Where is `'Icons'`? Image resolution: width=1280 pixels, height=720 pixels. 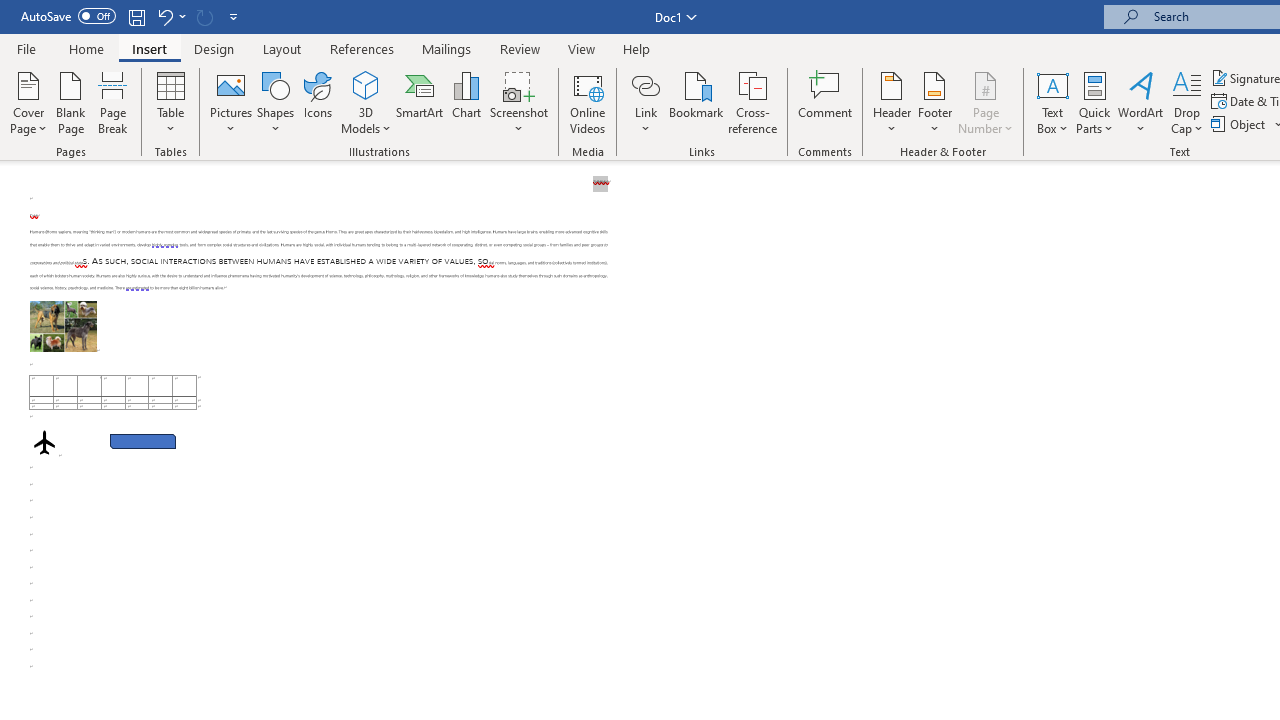 'Icons' is located at coordinates (317, 103).